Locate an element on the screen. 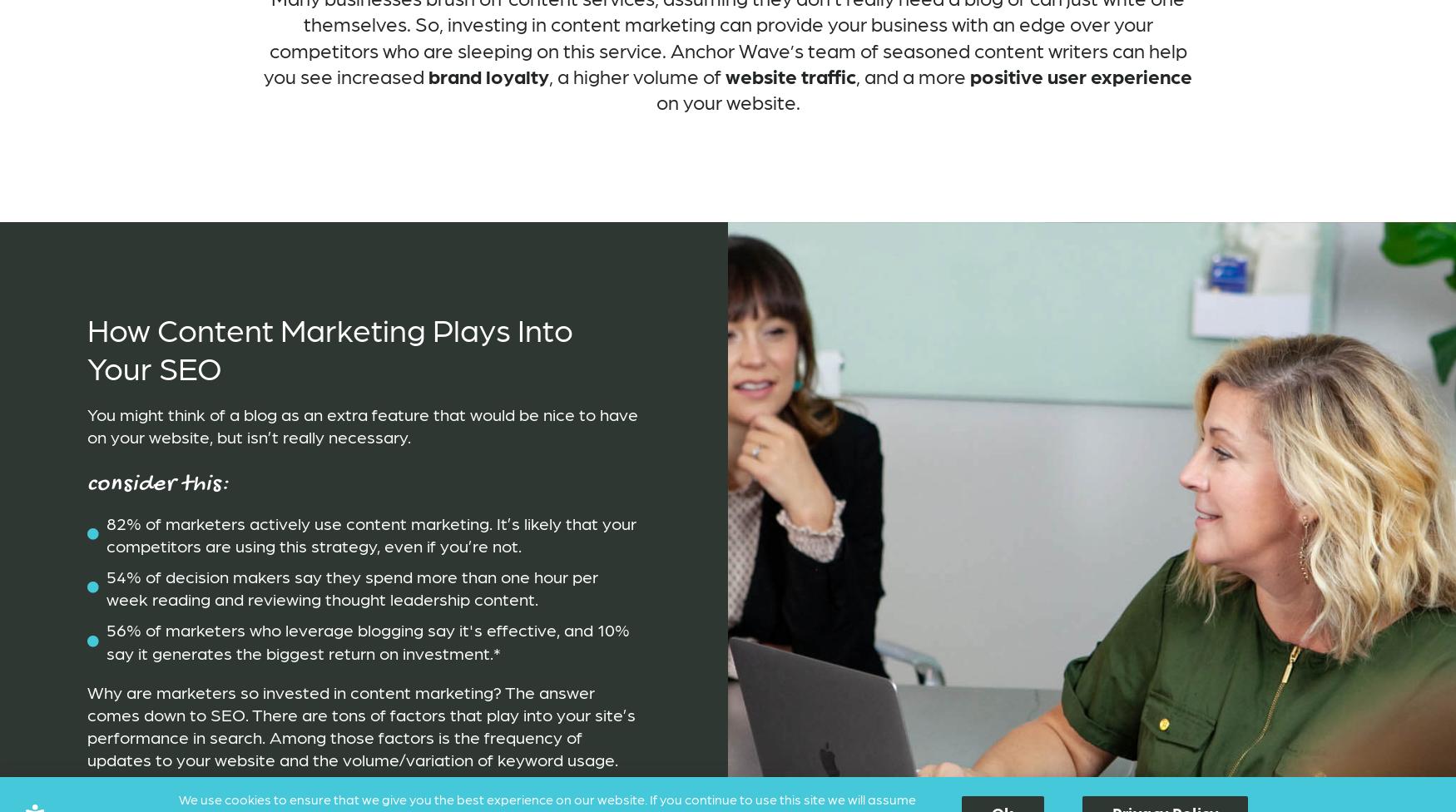  '54% of decision makers say they spend more than one hour per week reading and reviewing thought leadership content.' is located at coordinates (350, 587).